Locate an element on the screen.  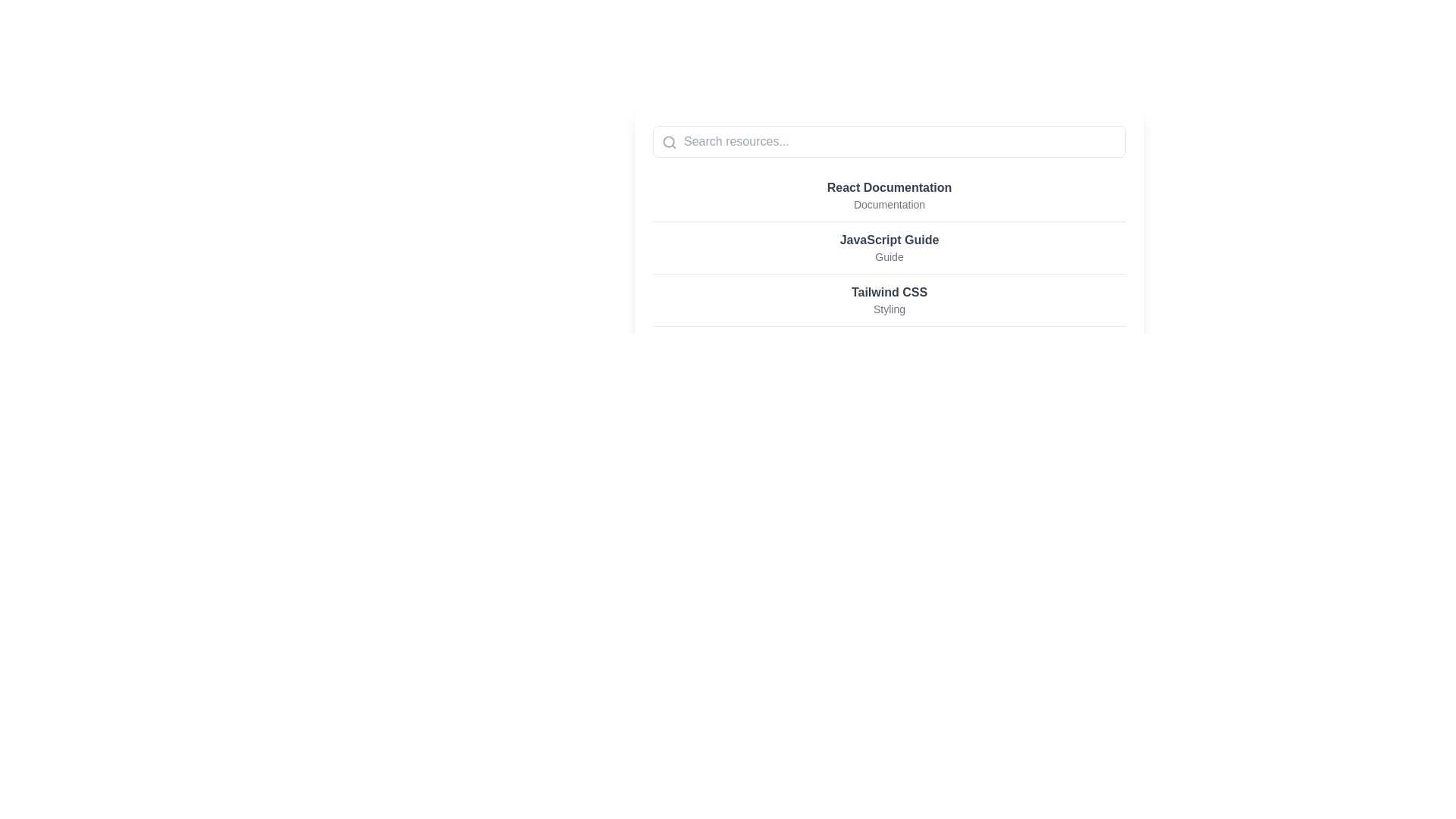
the text element 'Guide' which is styled in a small gray font and located directly below the heading 'JavaScript Guide' is located at coordinates (889, 256).